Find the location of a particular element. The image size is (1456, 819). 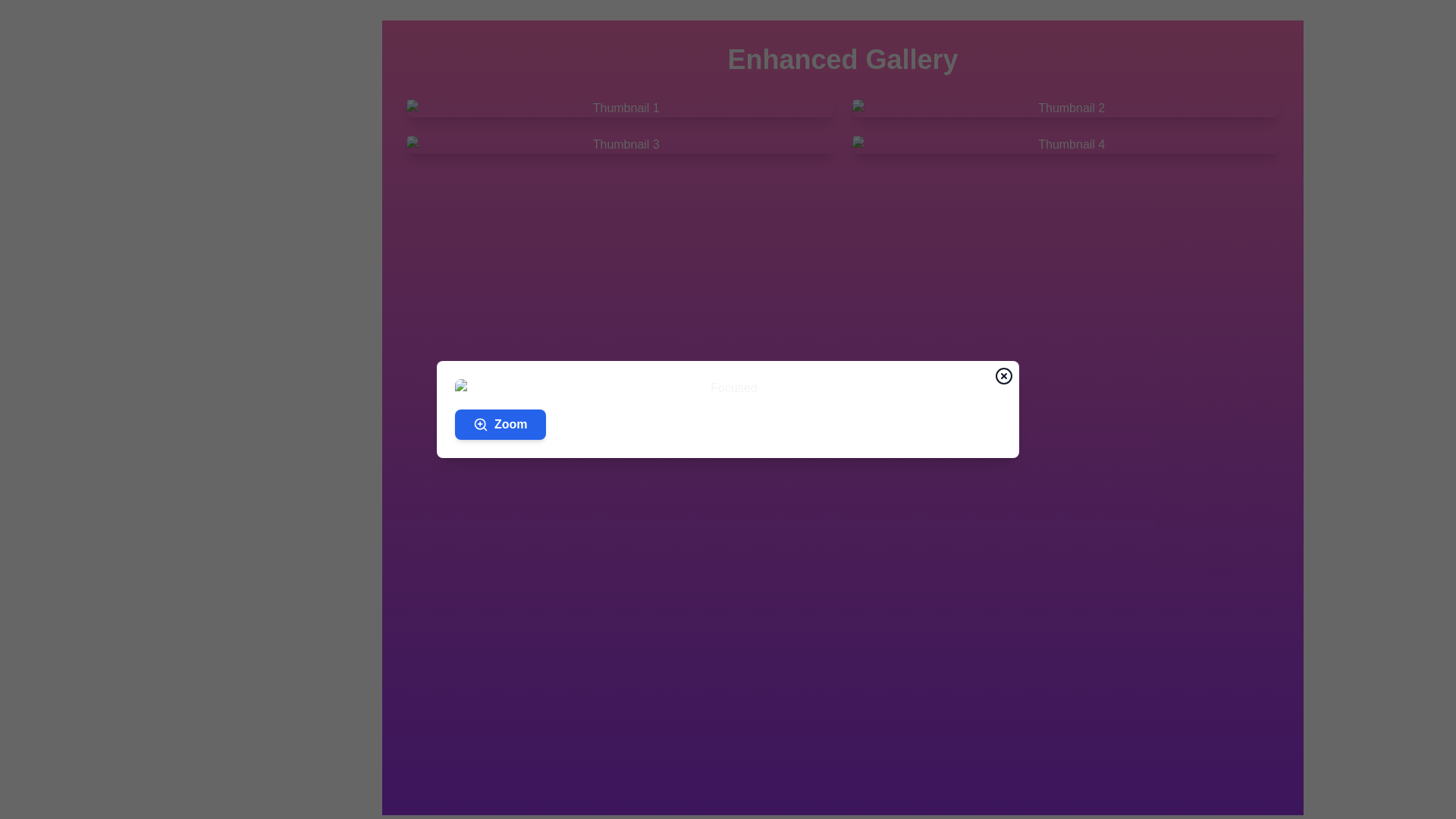

the second thumbnail is located at coordinates (1065, 107).